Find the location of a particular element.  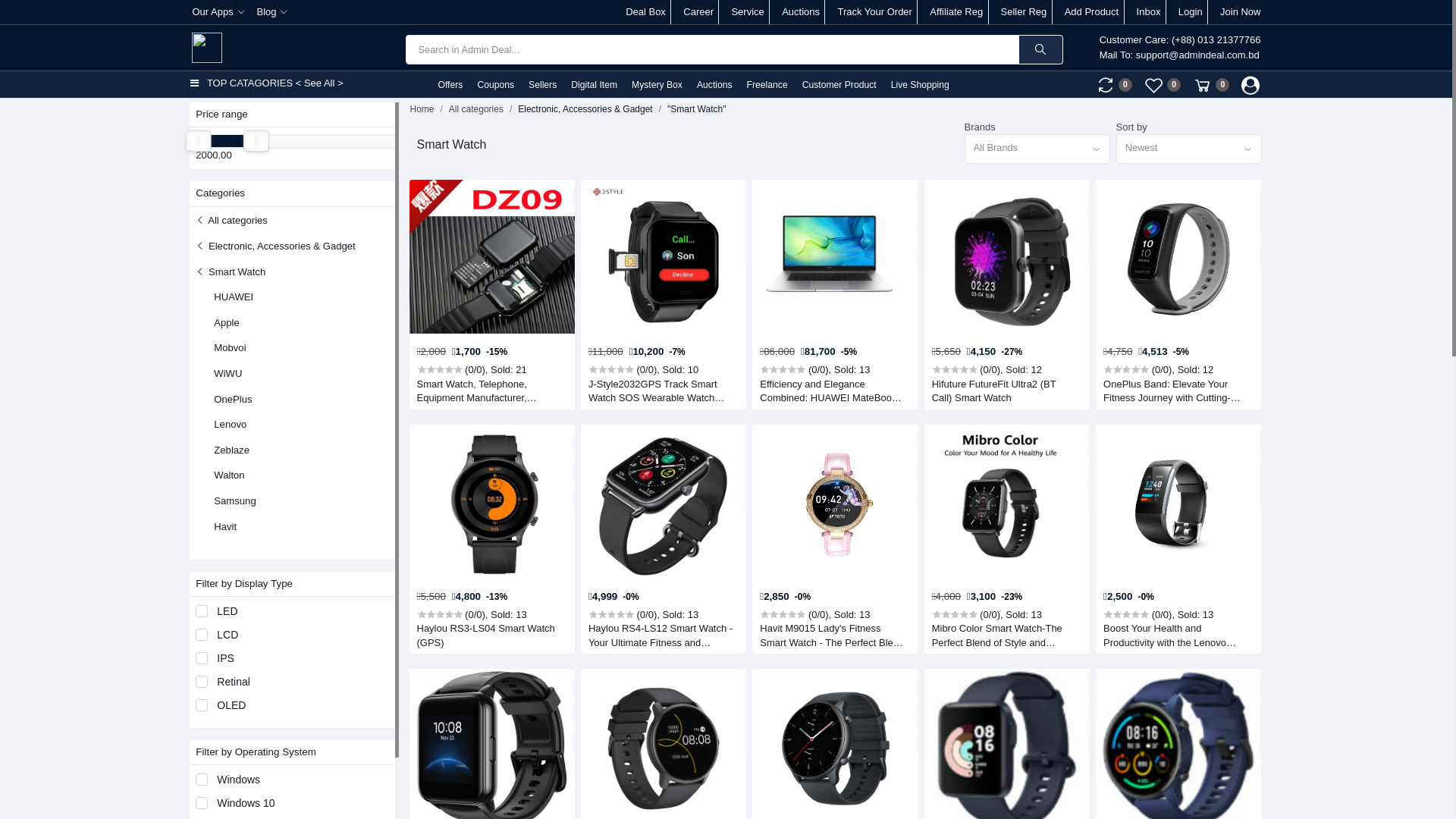

'Coupons' is located at coordinates (494, 84).